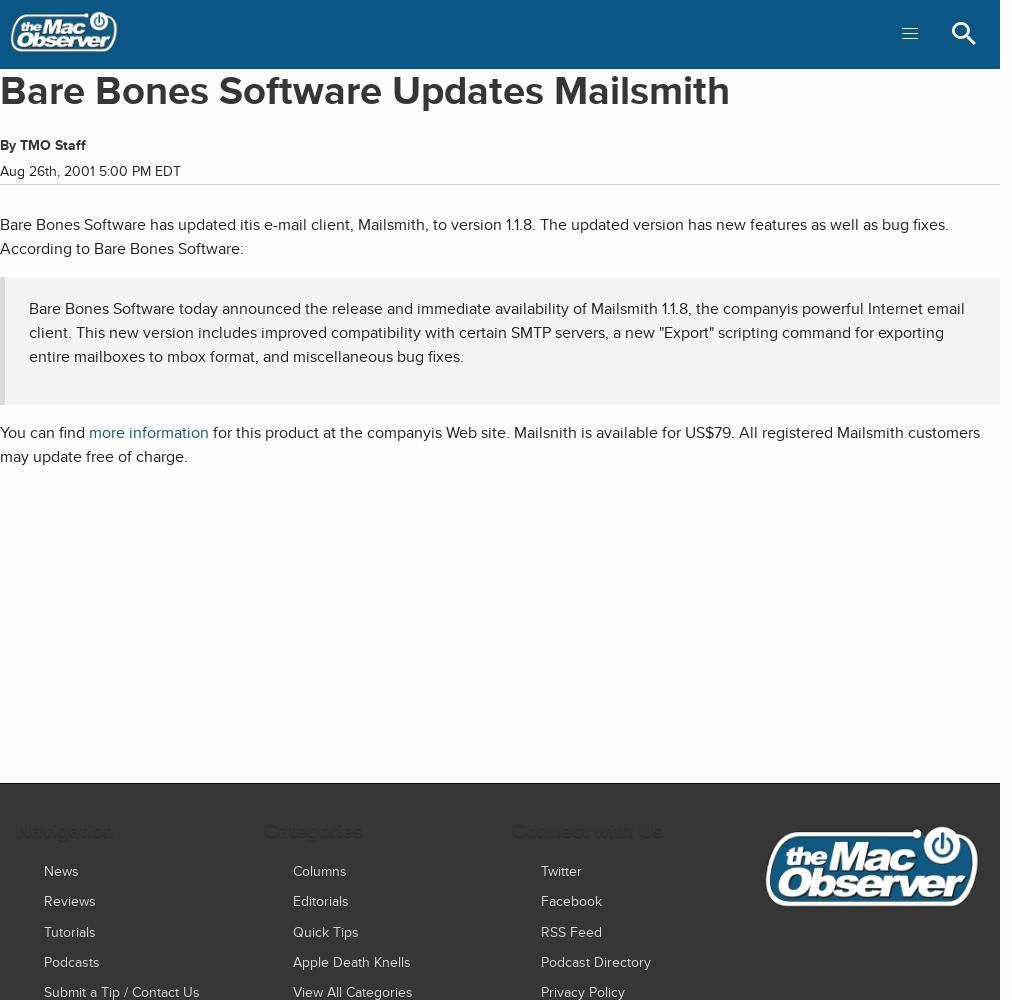  Describe the element at coordinates (311, 829) in the screenshot. I see `'Categories'` at that location.